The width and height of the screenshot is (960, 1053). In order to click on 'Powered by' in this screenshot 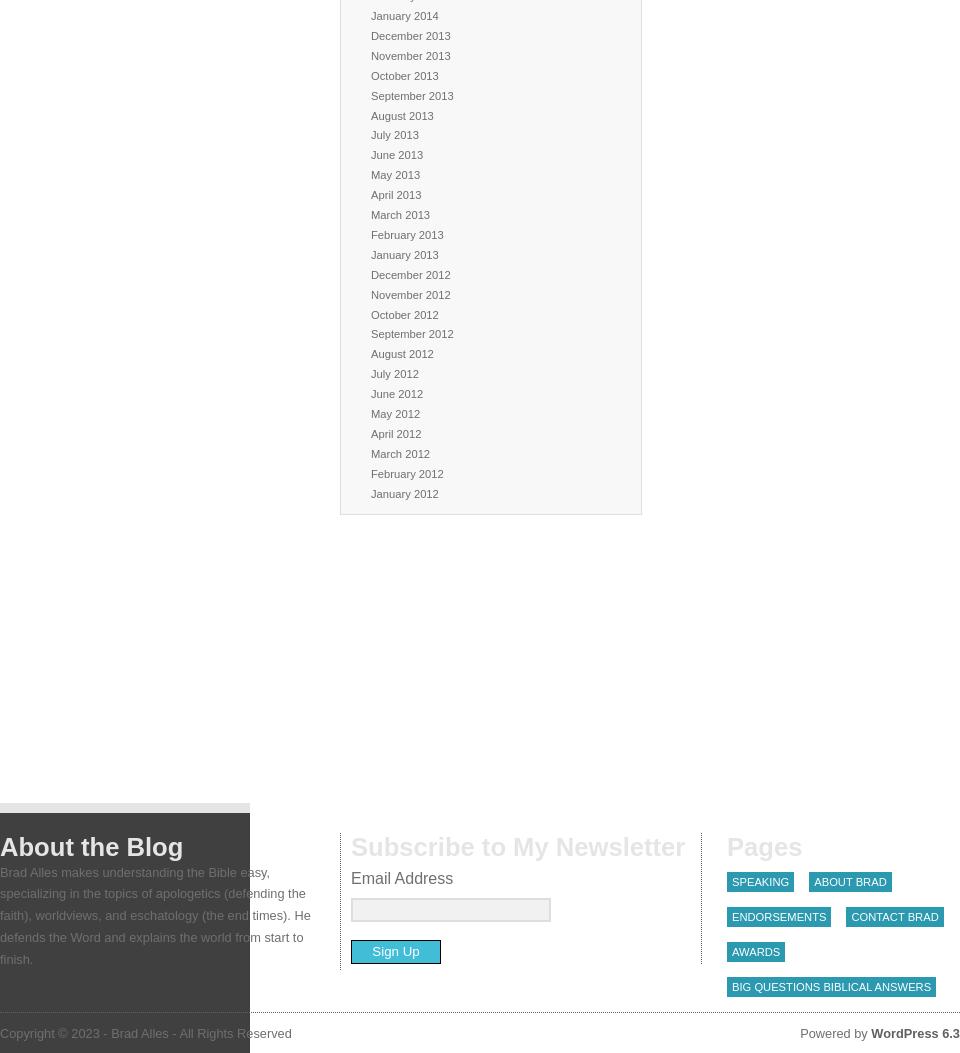, I will do `click(835, 1031)`.